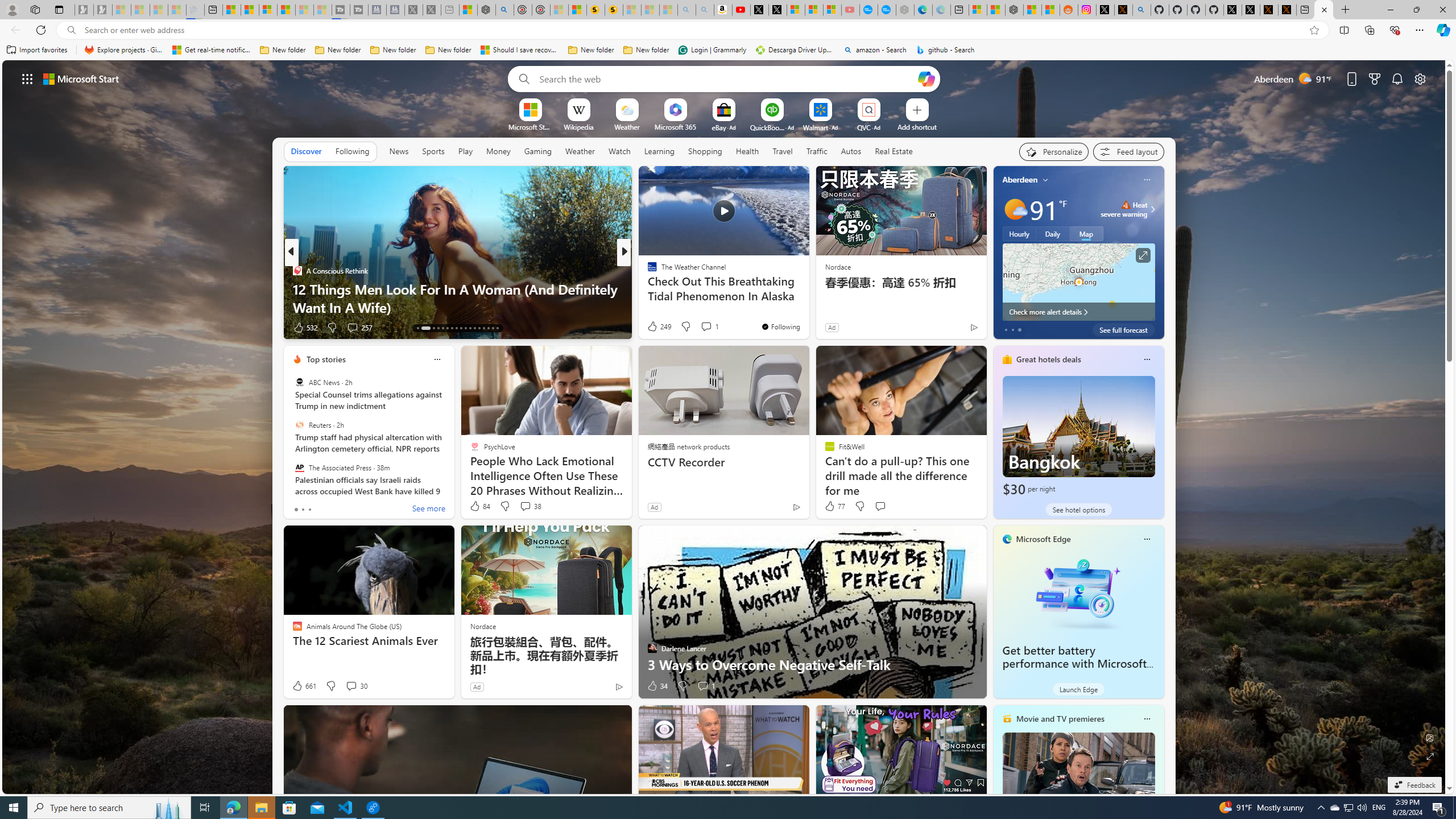  Describe the element at coordinates (702, 327) in the screenshot. I see `'View comments 5 Comment'` at that location.